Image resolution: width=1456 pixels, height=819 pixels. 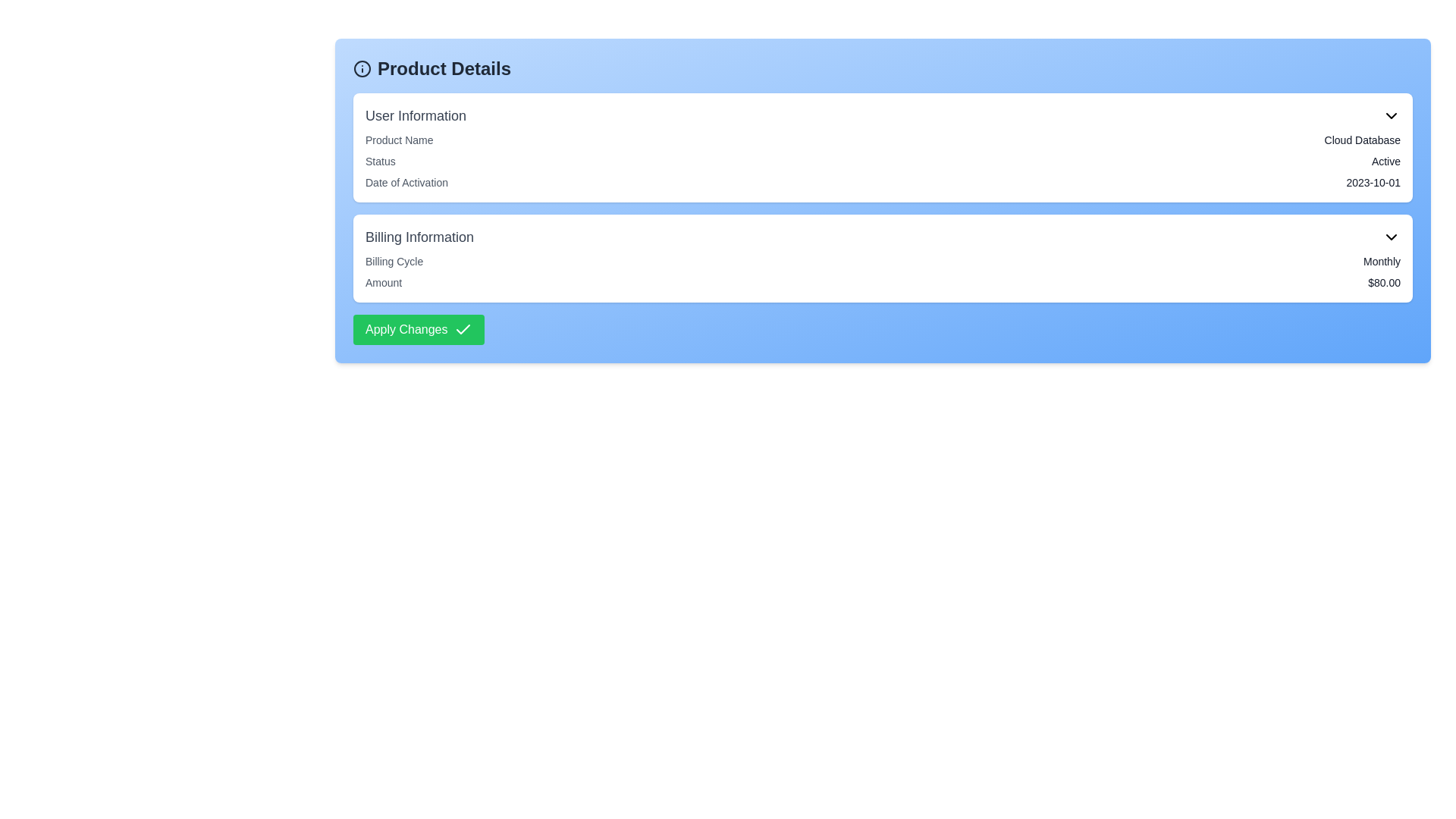 I want to click on the text label element that reads 'Status' in the 'User Information' section of the dialog, so click(x=380, y=161).